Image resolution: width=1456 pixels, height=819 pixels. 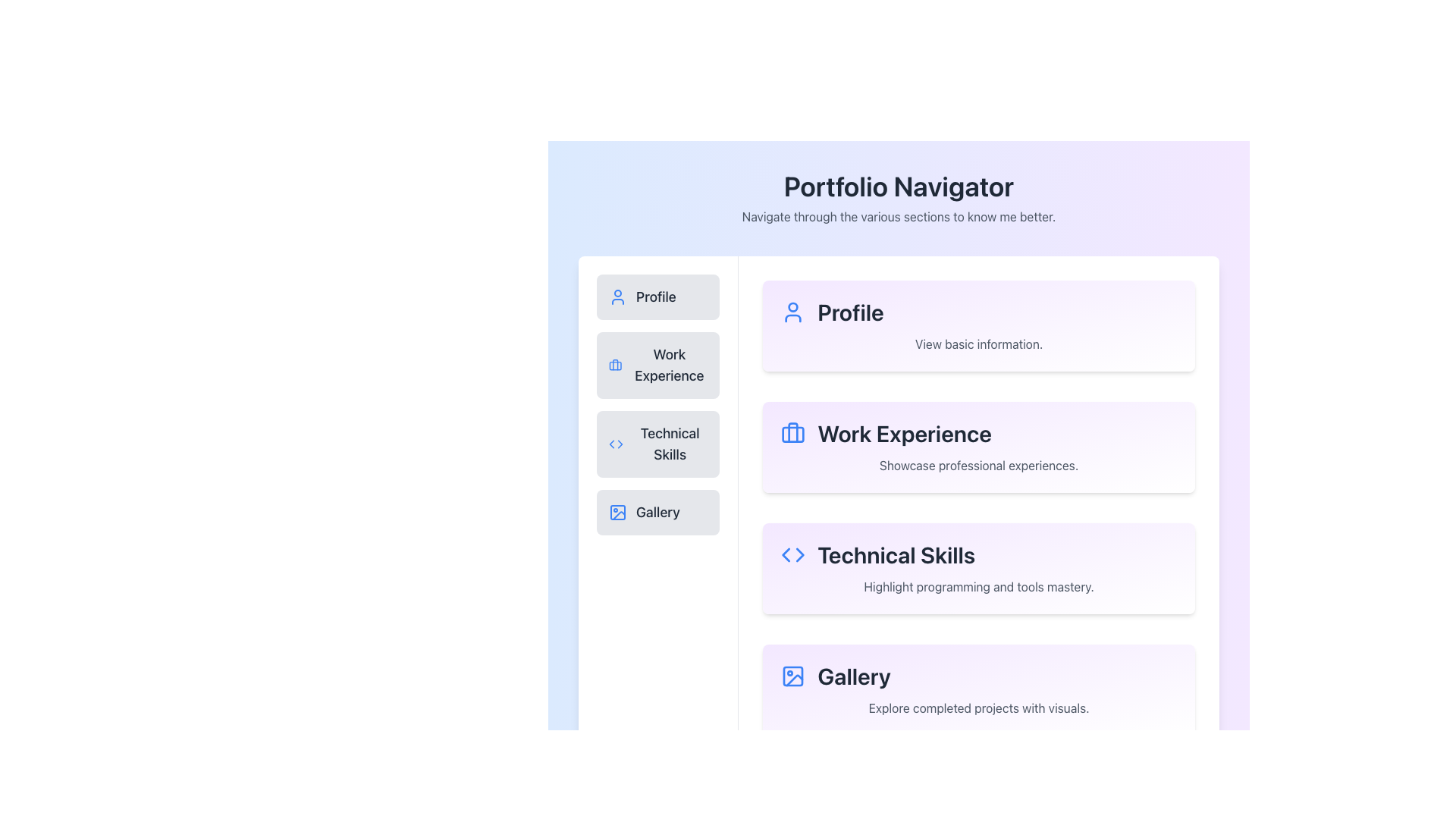 What do you see at coordinates (658, 444) in the screenshot?
I see `the 'Technical Skills' button, which is a rectangular button with rounded edges containing the text 'Technical Skills' and a blue icon resembling two angle brackets ('<>') on its left side, located in the left sidebar beneath the 'Work Experience' button` at bounding box center [658, 444].